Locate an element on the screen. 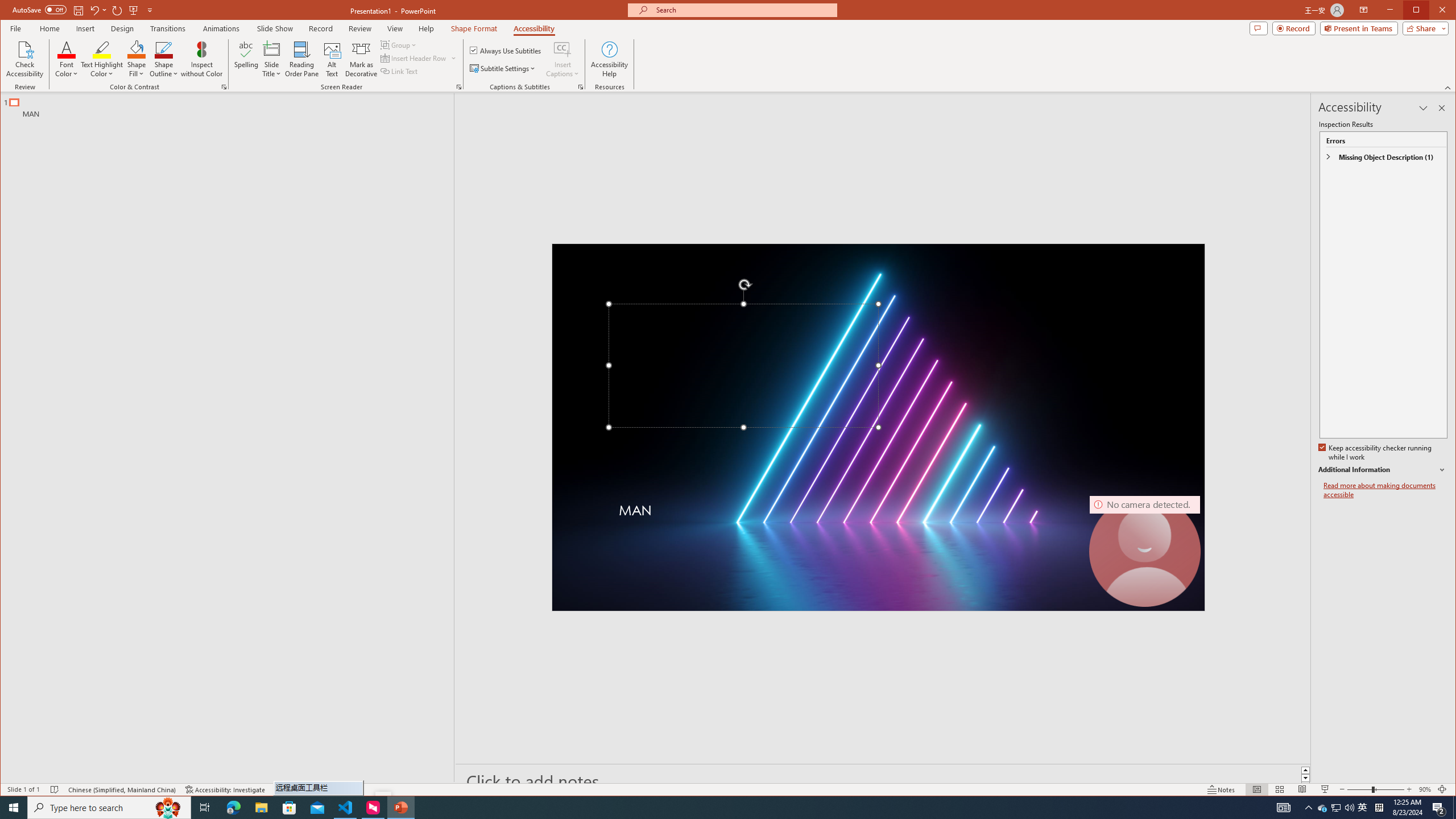  'Accessibility Help' is located at coordinates (609, 59).